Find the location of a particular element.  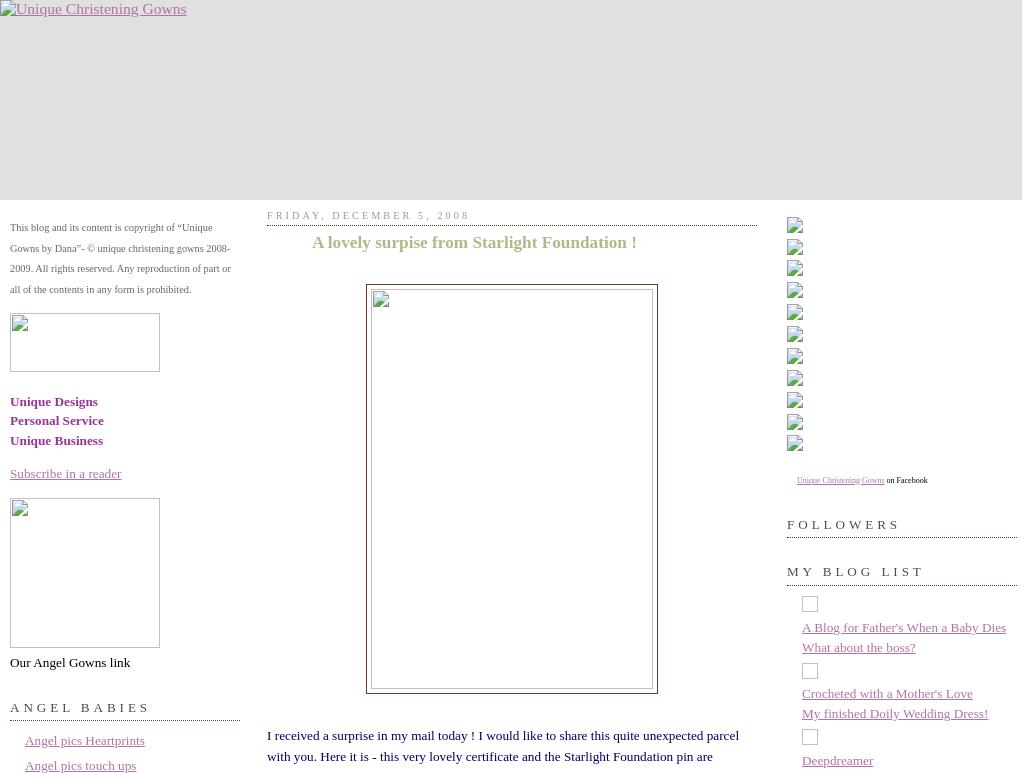

'Personal Service' is located at coordinates (55, 419).